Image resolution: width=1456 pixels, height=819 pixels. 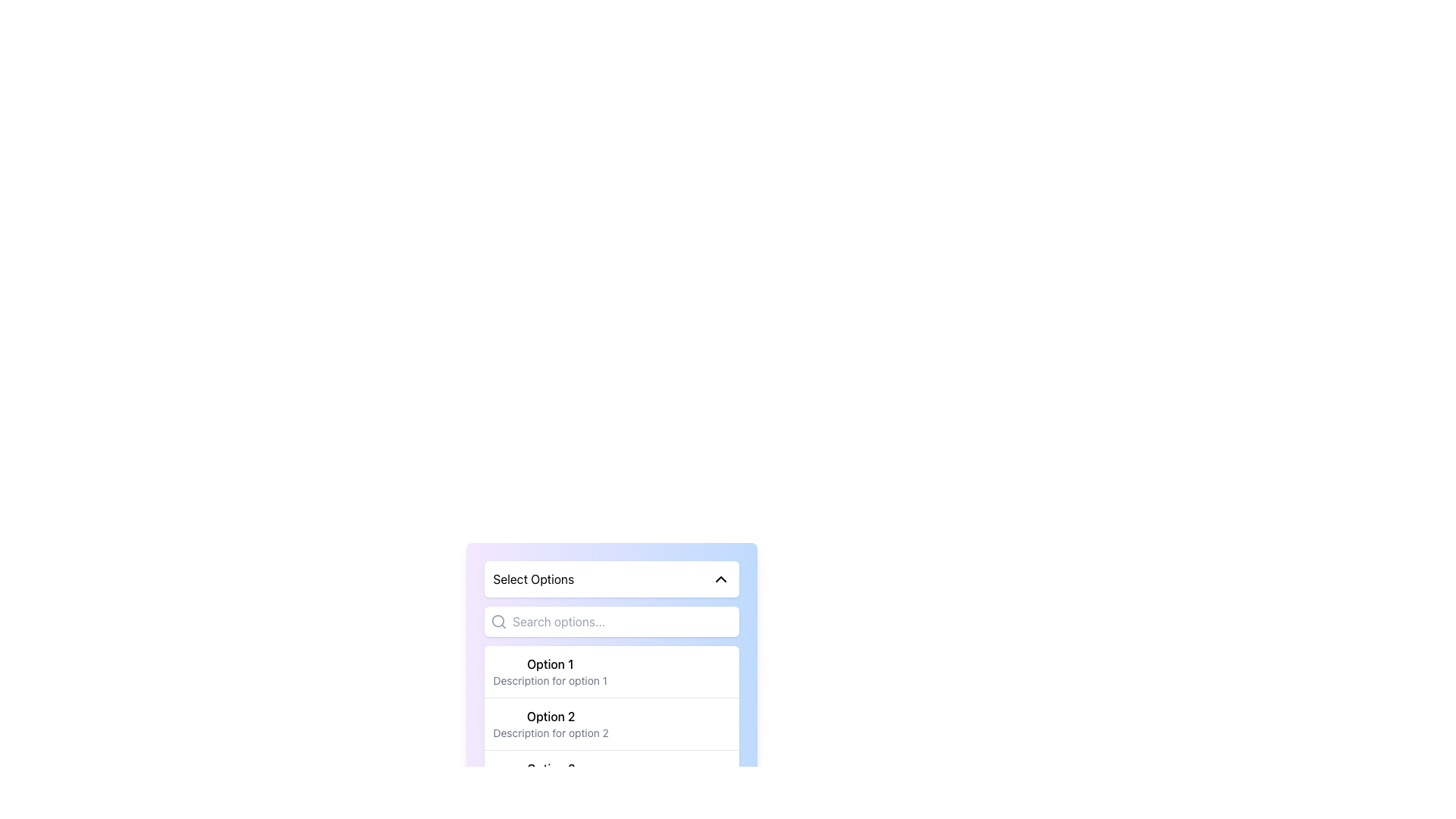 What do you see at coordinates (550, 723) in the screenshot?
I see `the 'Option 2' list item` at bounding box center [550, 723].